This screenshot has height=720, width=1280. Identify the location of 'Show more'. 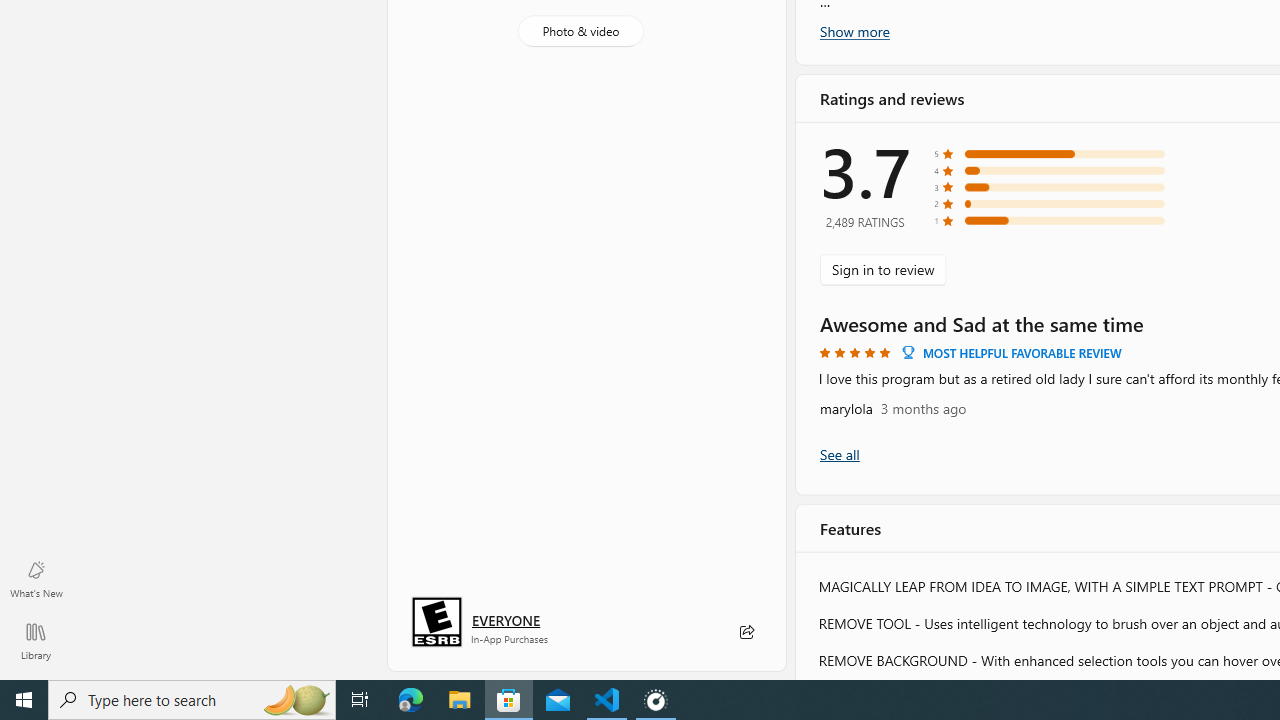
(855, 31).